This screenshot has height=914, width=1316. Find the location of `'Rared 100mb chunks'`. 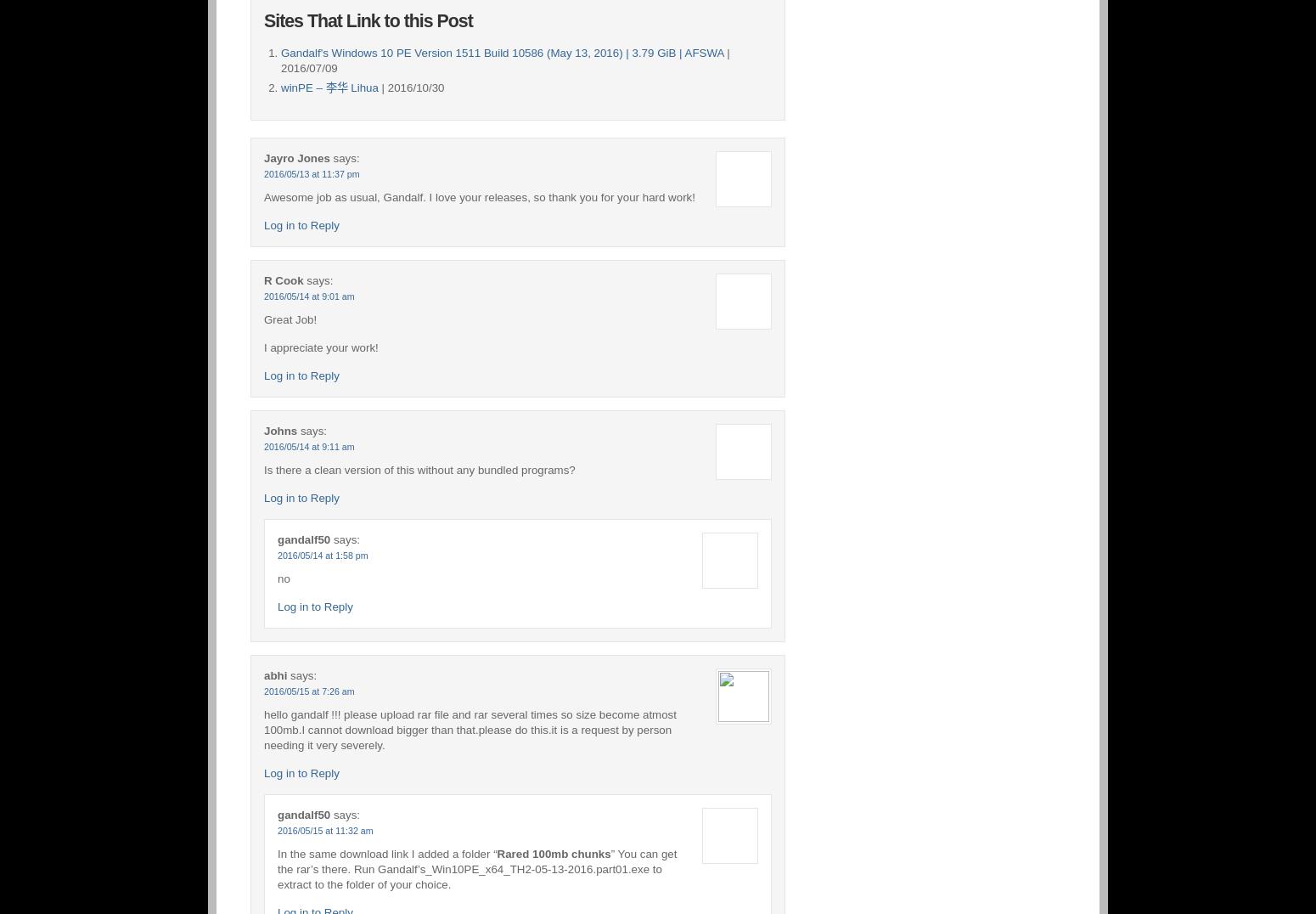

'Rared 100mb chunks' is located at coordinates (552, 852).